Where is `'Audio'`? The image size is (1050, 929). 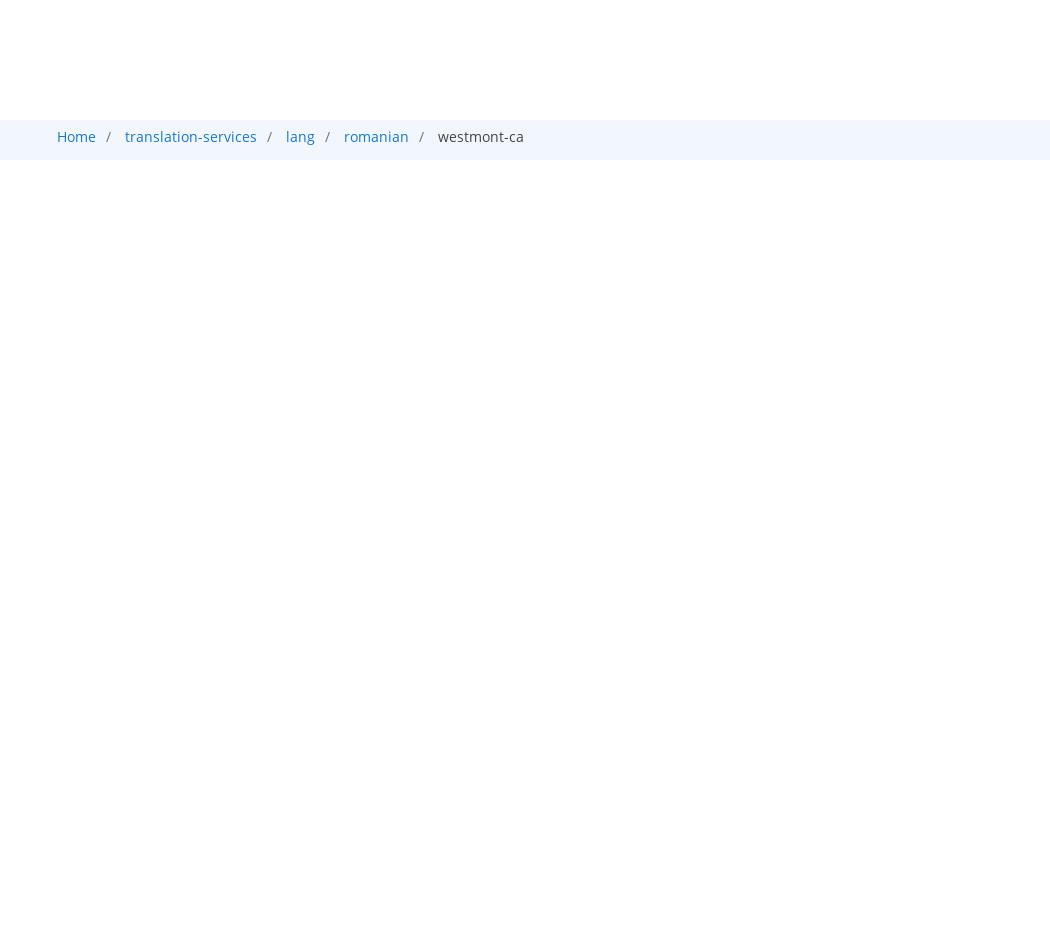 'Audio' is located at coordinates (400, 176).